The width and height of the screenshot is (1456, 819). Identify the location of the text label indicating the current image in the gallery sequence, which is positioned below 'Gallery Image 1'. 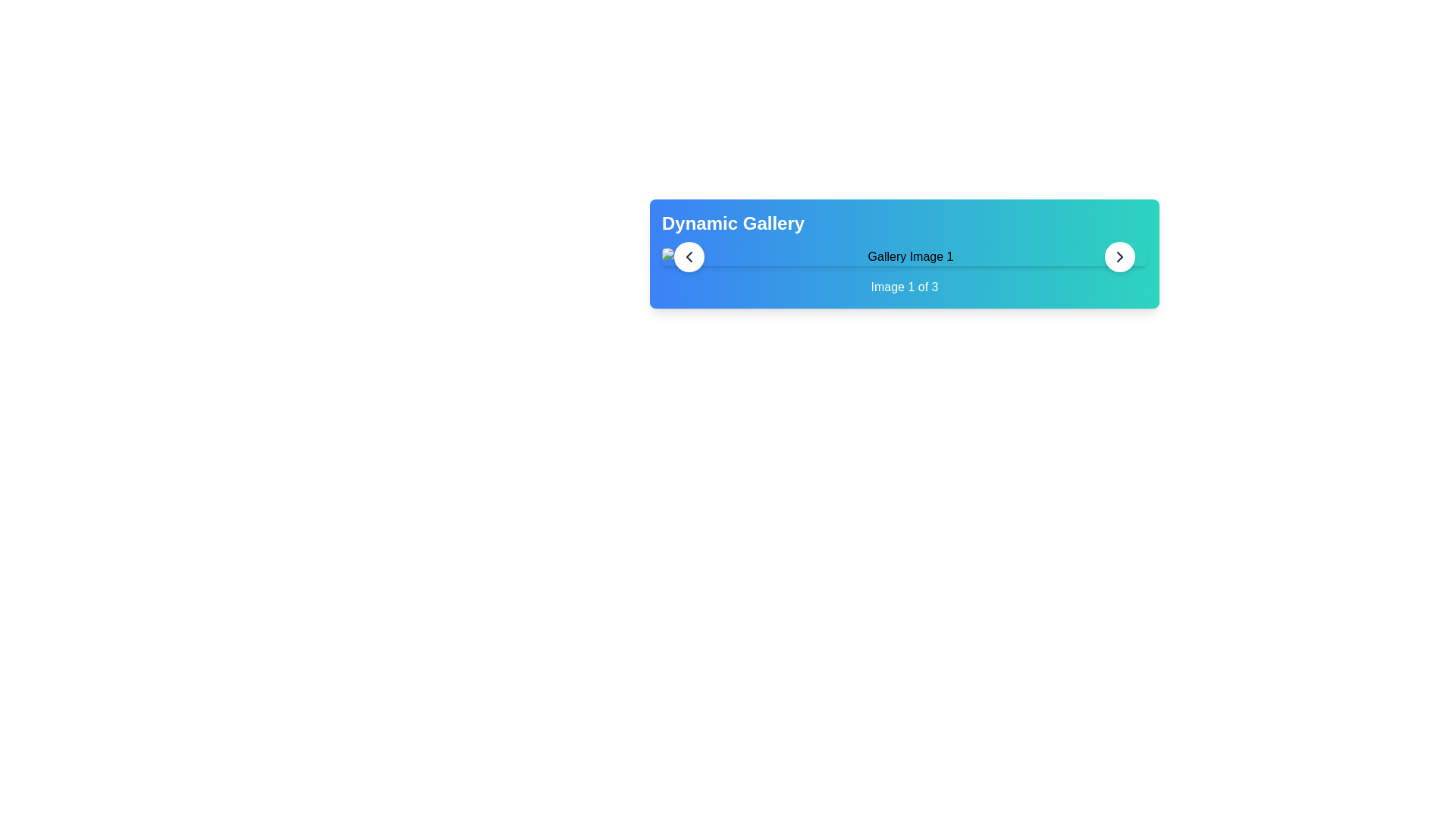
(905, 287).